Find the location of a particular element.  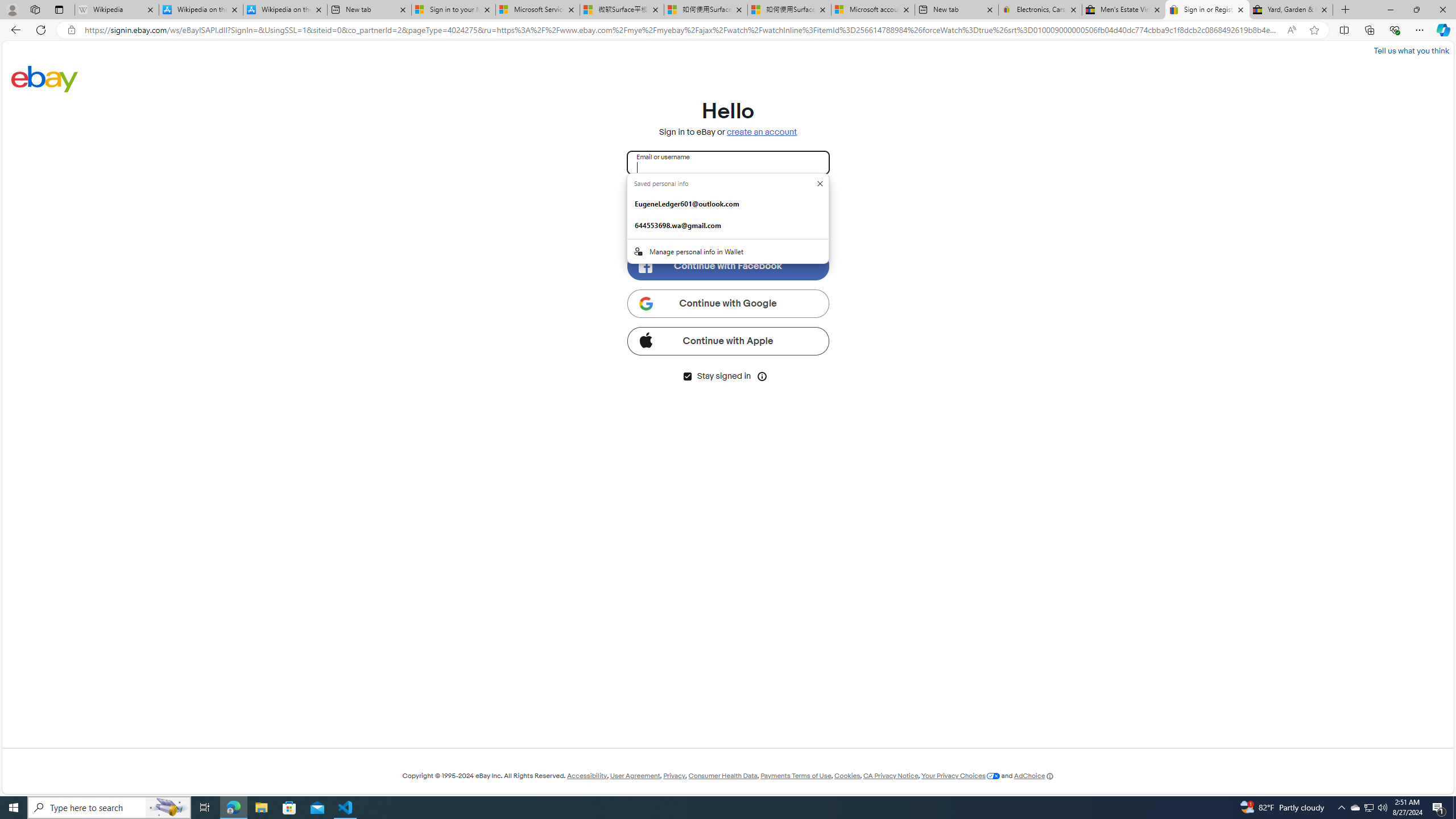

'Consumer Health Data' is located at coordinates (723, 775).